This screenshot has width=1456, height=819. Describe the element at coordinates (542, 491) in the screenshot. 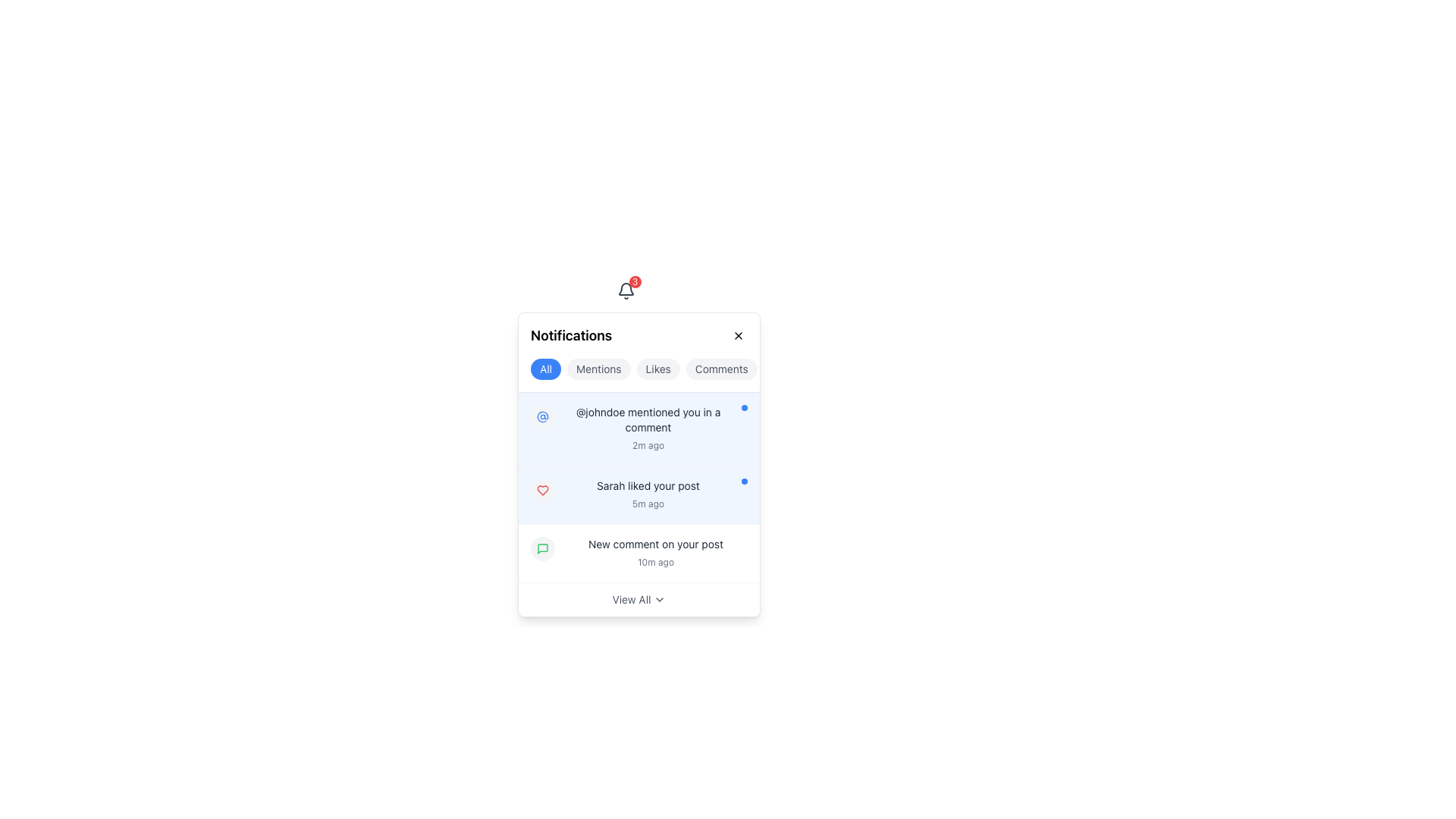

I see `the 'like' notification icon for the action performed by user Sarah in the notification entry stating 'Sarah liked your post.'` at that location.